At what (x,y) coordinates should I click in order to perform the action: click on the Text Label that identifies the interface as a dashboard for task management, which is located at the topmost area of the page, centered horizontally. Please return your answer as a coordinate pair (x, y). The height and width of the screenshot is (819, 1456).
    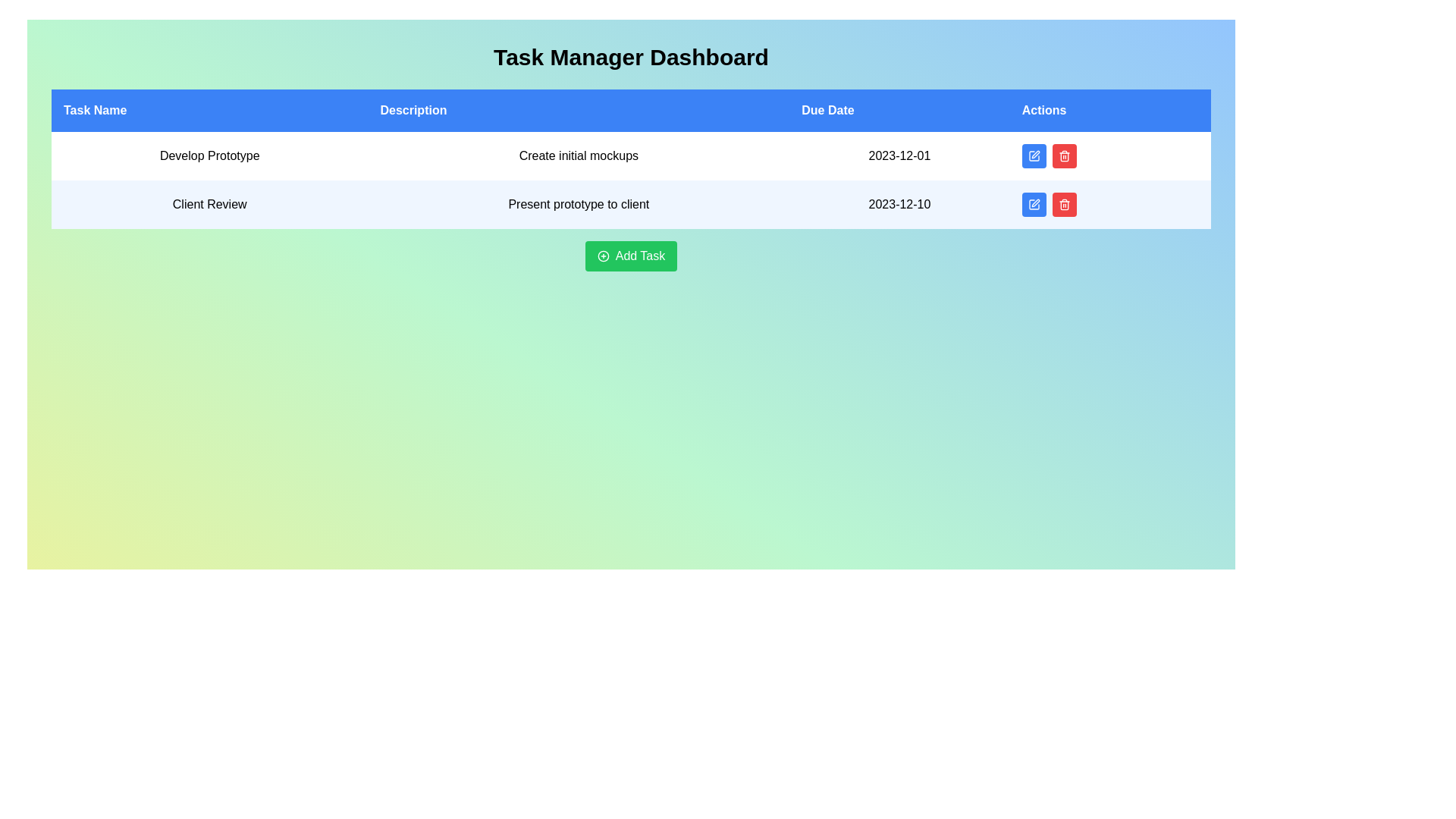
    Looking at the image, I should click on (631, 57).